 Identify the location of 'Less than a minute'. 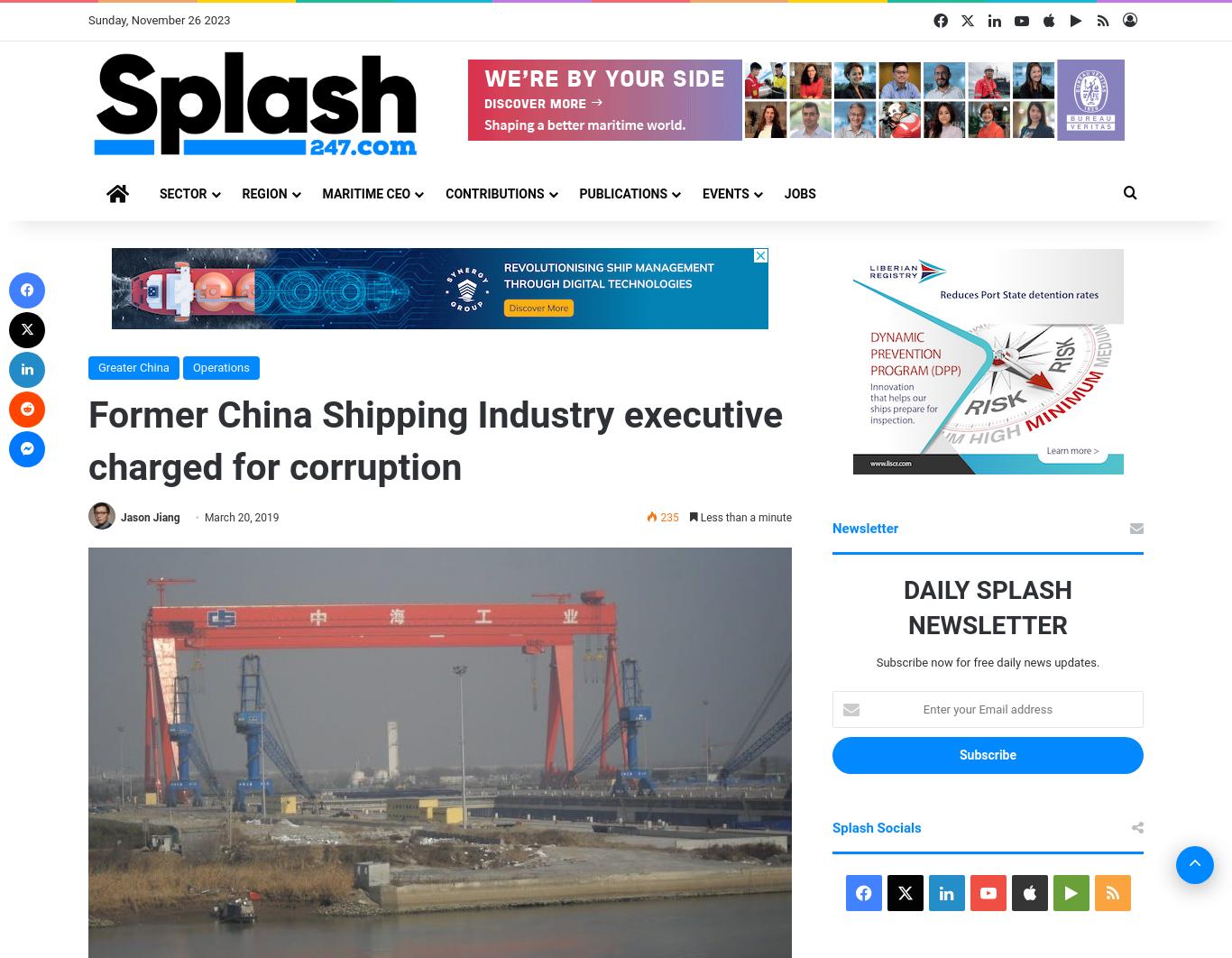
(697, 518).